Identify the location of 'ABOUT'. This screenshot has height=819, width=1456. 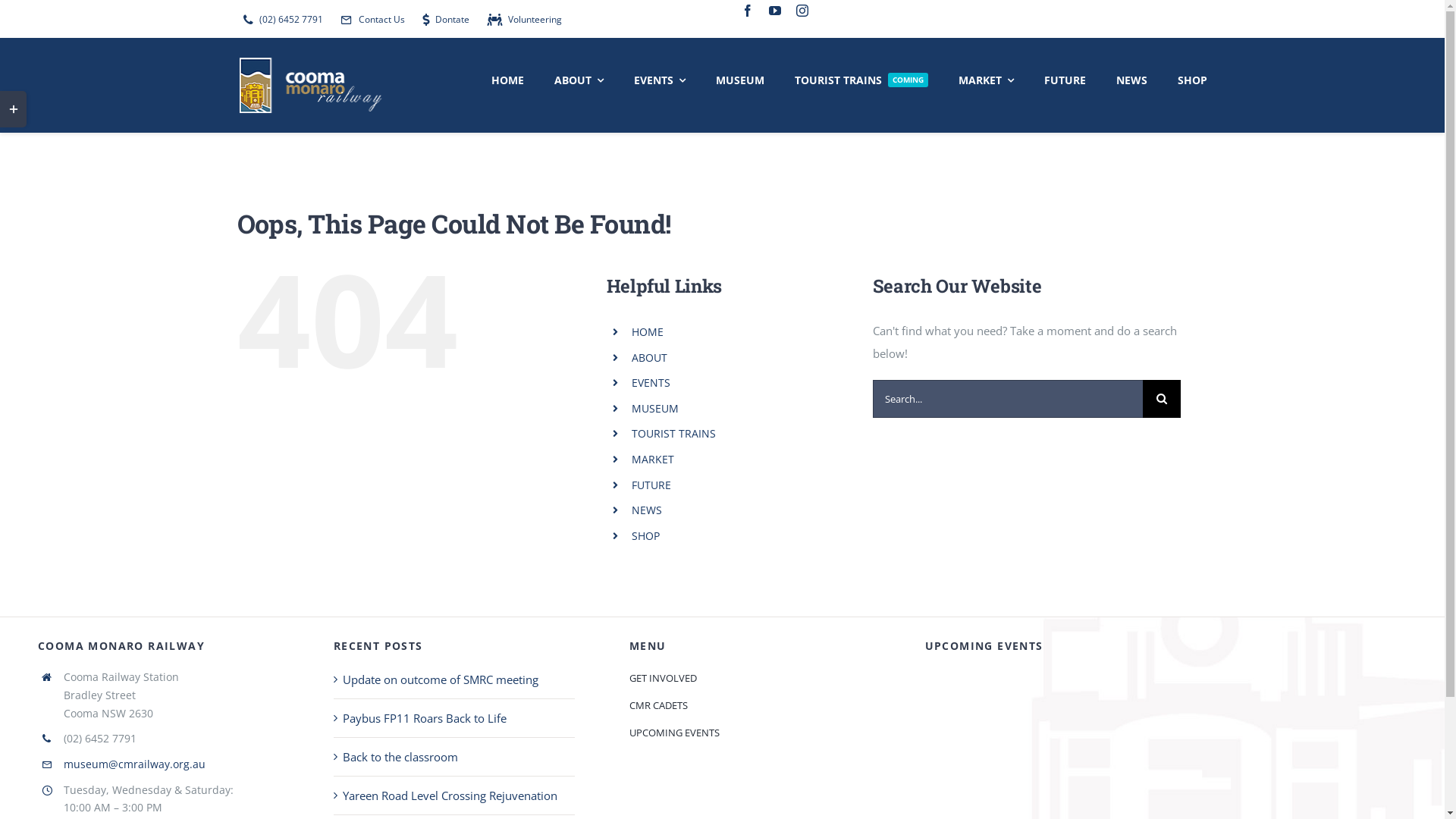
(649, 357).